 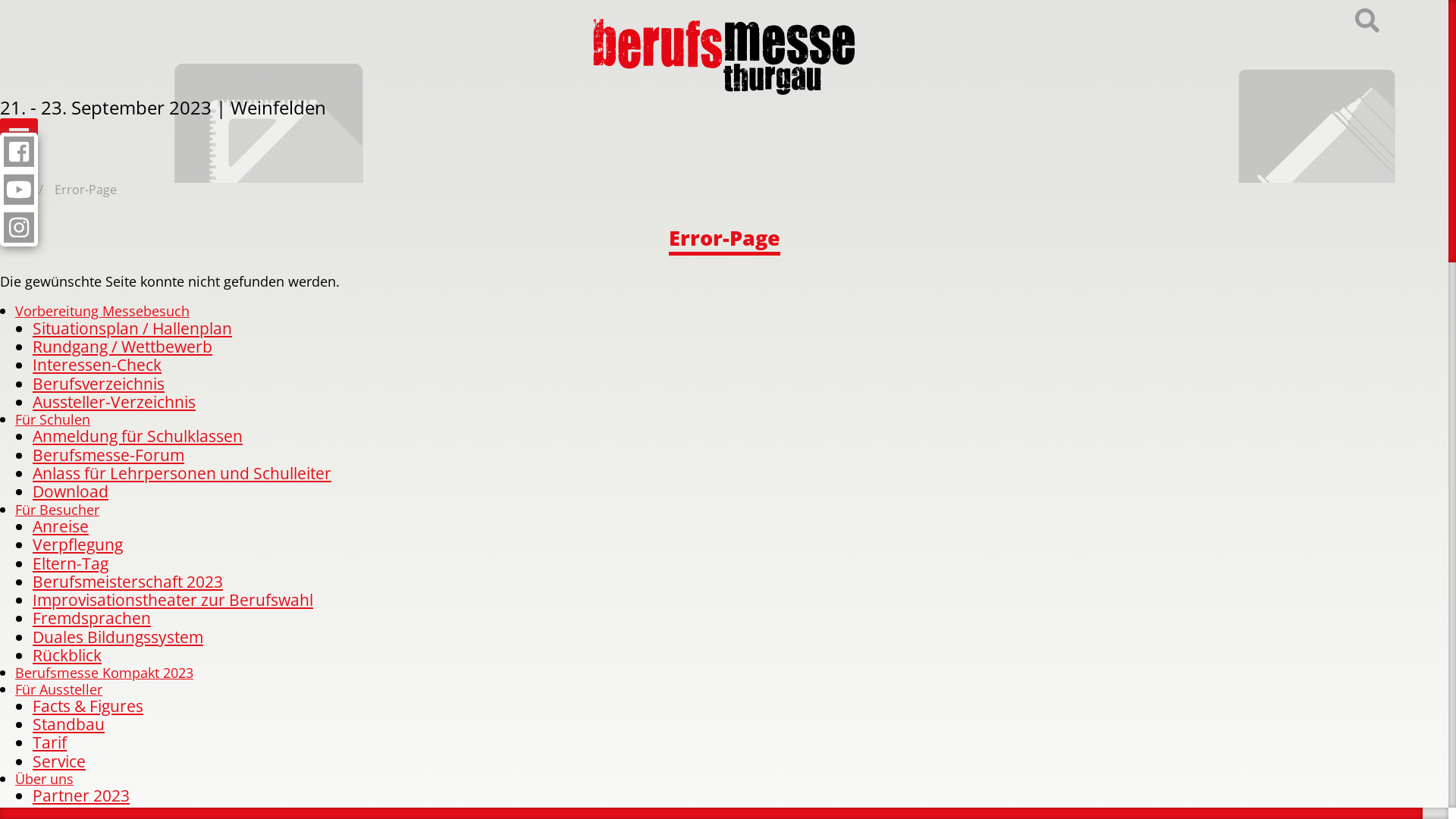 I want to click on 'Tarif', so click(x=49, y=741).